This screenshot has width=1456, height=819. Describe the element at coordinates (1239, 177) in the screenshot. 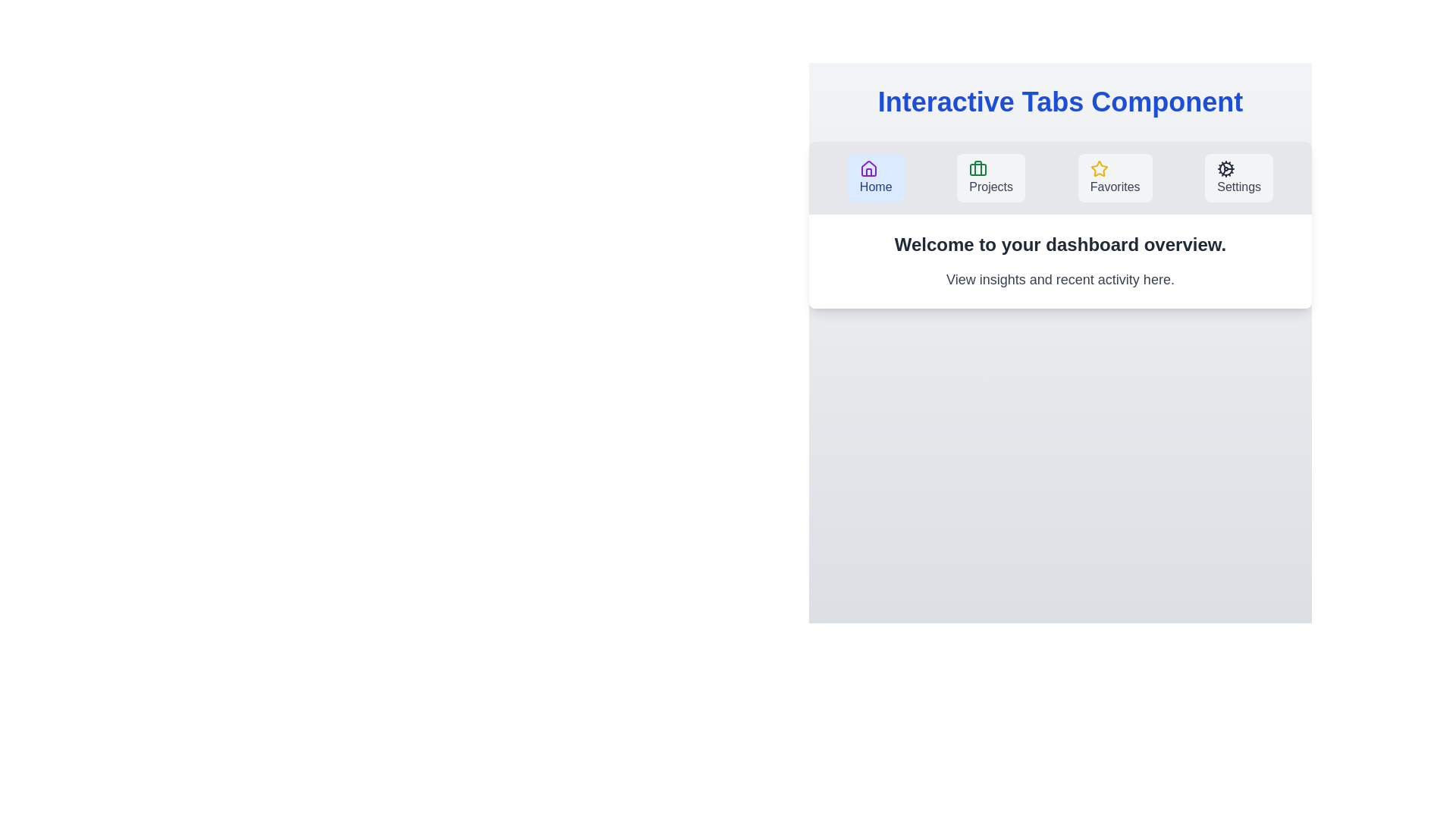

I see `the Settings tab to activate it` at that location.